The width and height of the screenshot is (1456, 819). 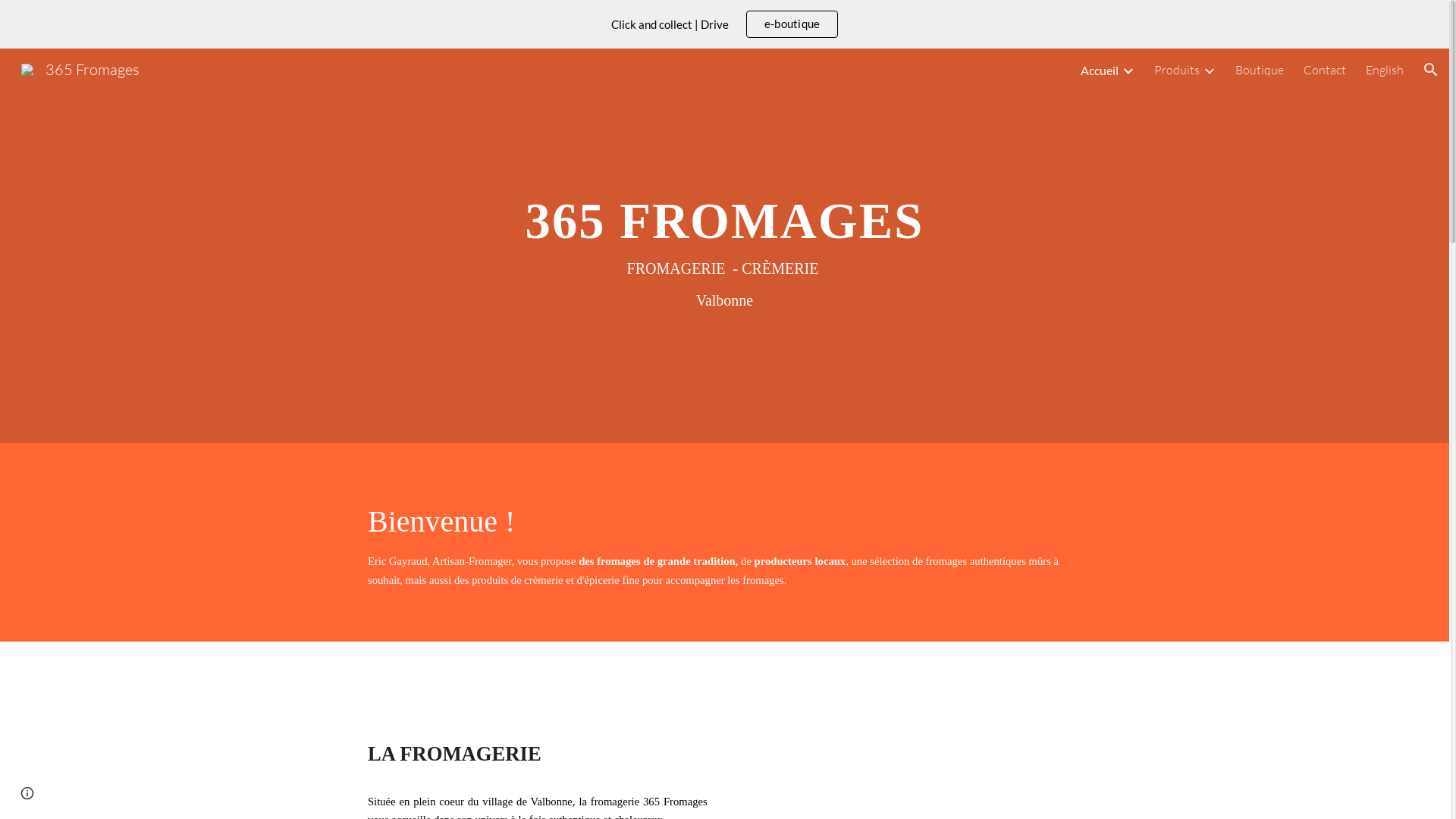 What do you see at coordinates (1200, 70) in the screenshot?
I see `'Expand/Collapse'` at bounding box center [1200, 70].